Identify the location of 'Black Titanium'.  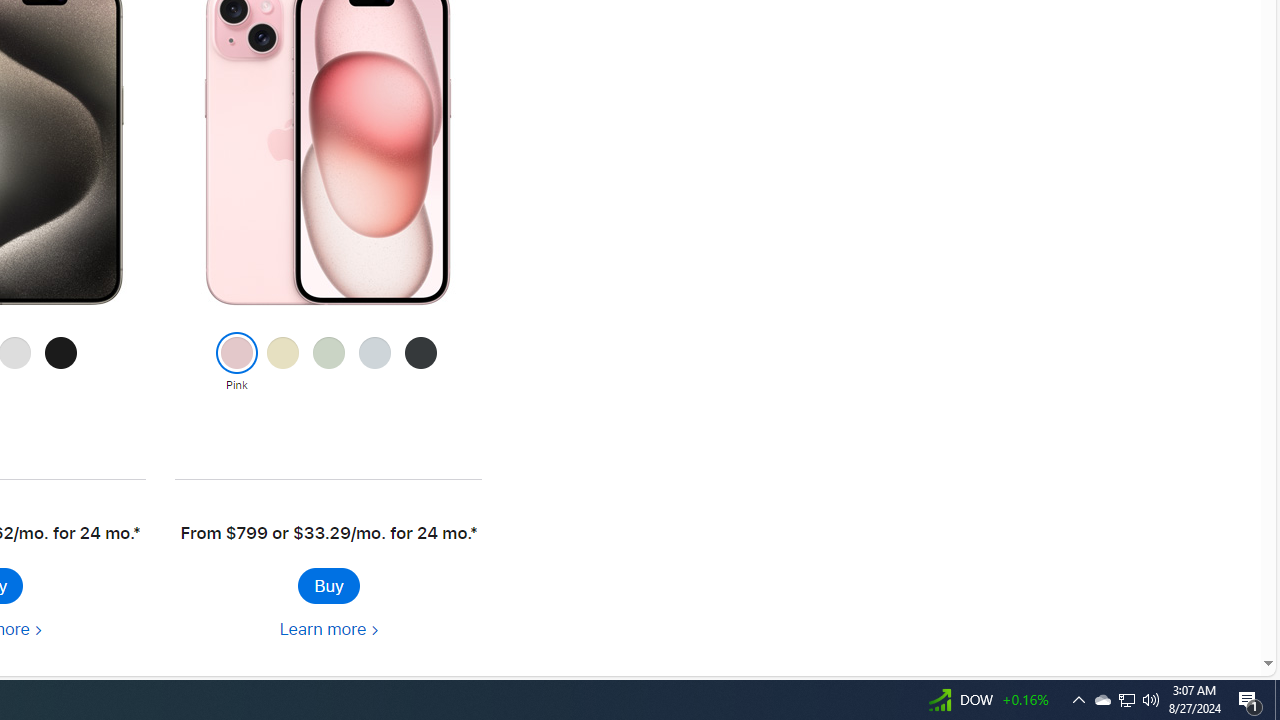
(61, 363).